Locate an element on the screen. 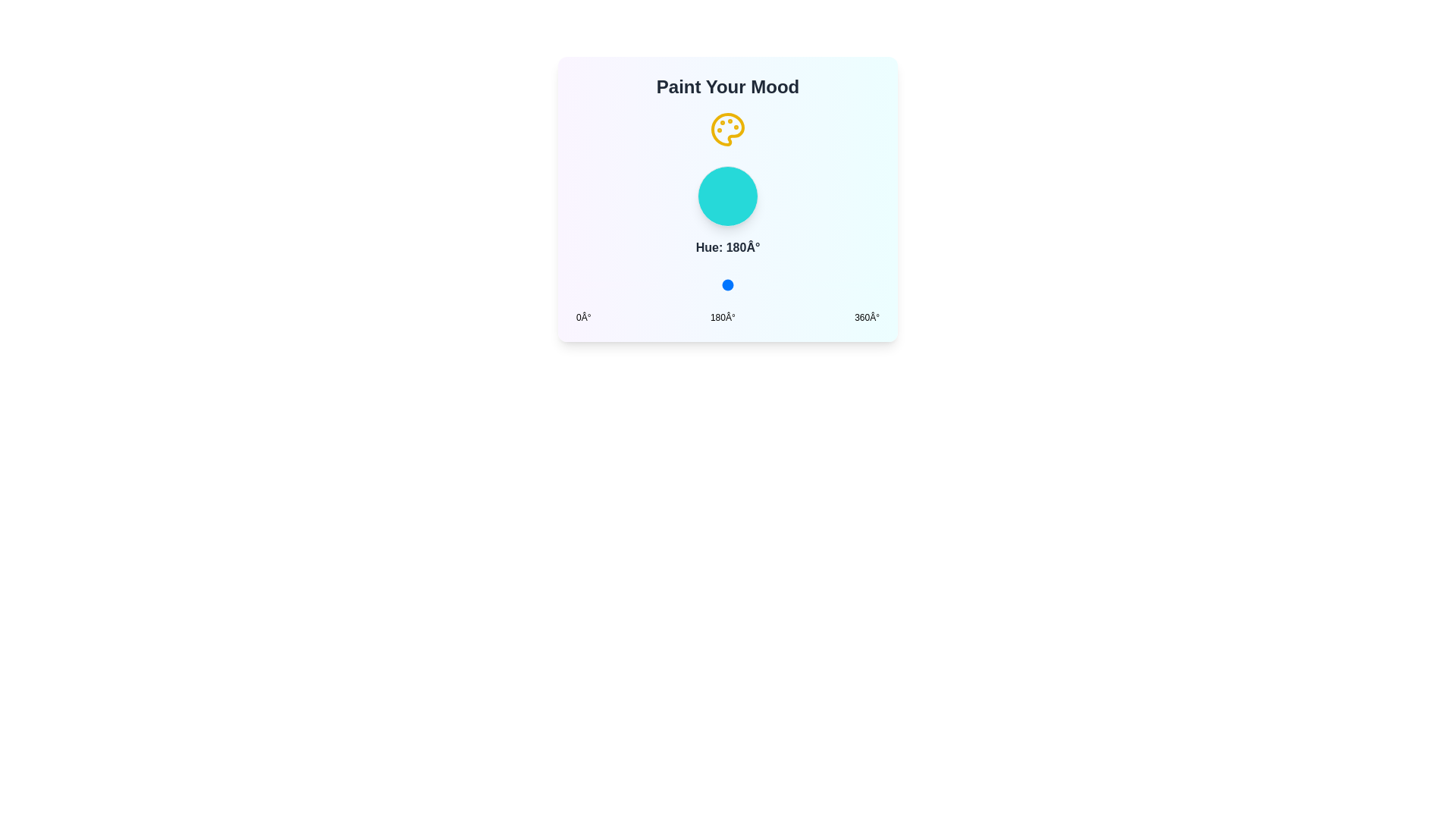  the palette icon to interact with it is located at coordinates (728, 128).